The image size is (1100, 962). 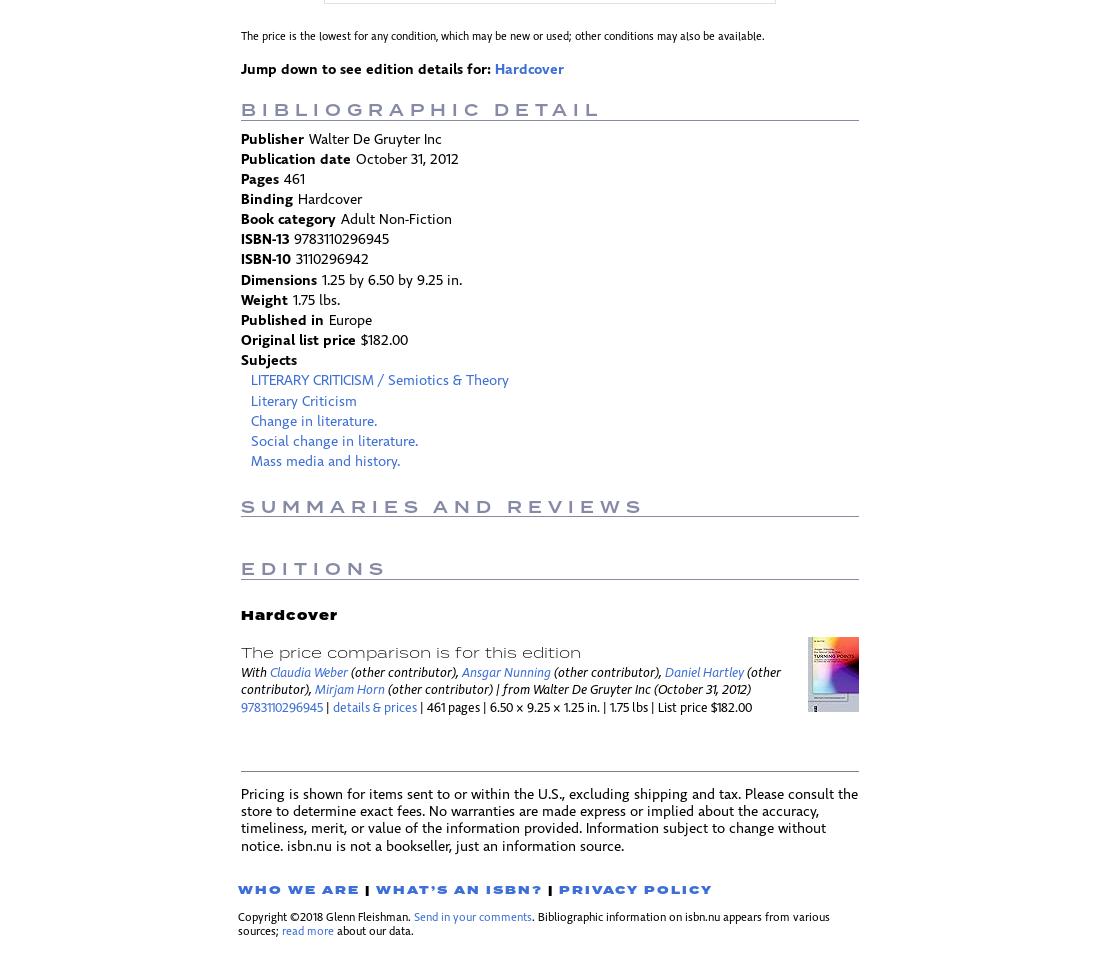 What do you see at coordinates (265, 260) in the screenshot?
I see `'ISBN-10'` at bounding box center [265, 260].